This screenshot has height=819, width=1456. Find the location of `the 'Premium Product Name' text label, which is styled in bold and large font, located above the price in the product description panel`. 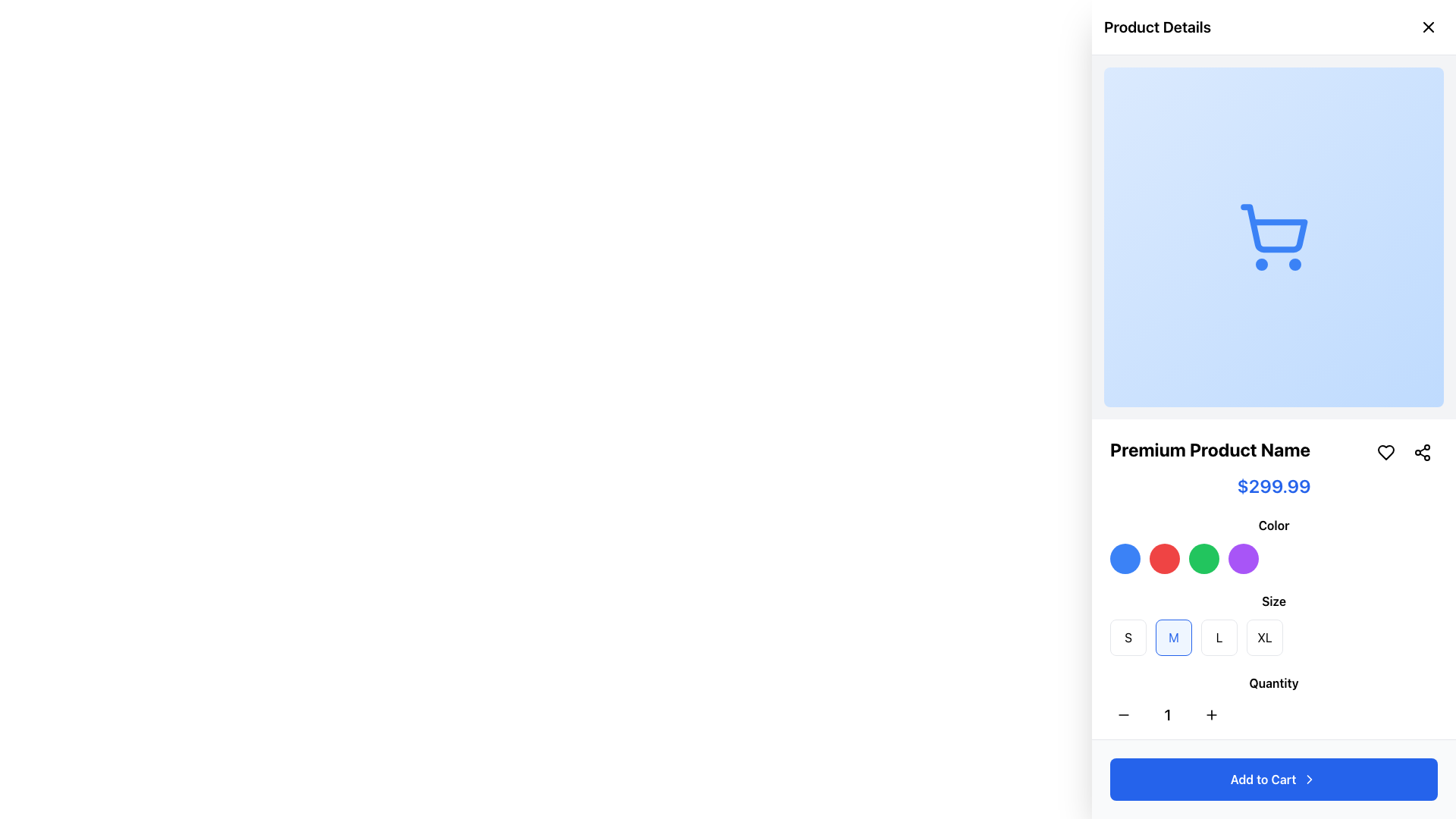

the 'Premium Product Name' text label, which is styled in bold and large font, located above the price in the product description panel is located at coordinates (1210, 449).